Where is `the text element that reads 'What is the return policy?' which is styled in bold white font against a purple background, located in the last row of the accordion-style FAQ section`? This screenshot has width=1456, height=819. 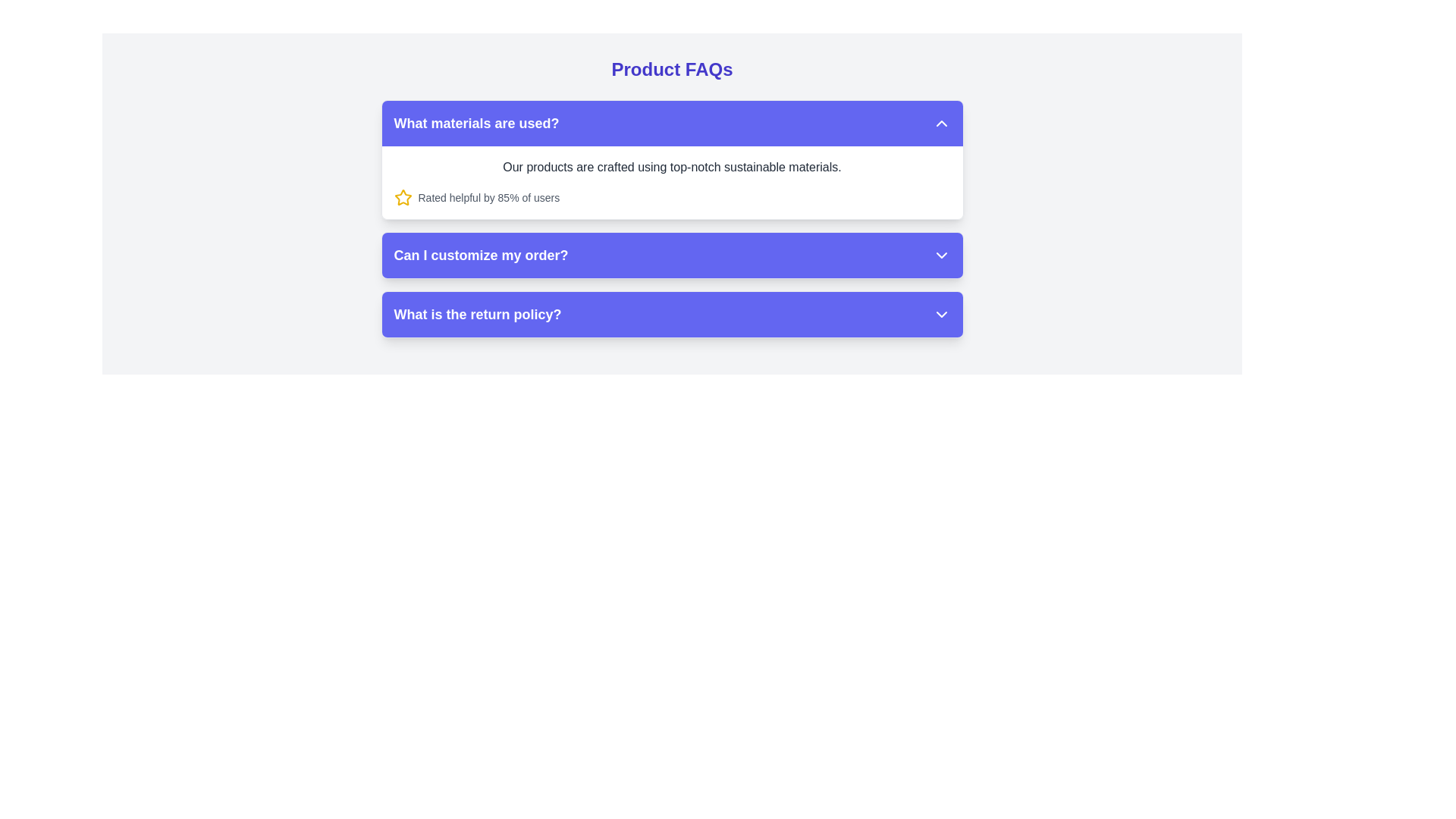 the text element that reads 'What is the return policy?' which is styled in bold white font against a purple background, located in the last row of the accordion-style FAQ section is located at coordinates (476, 314).